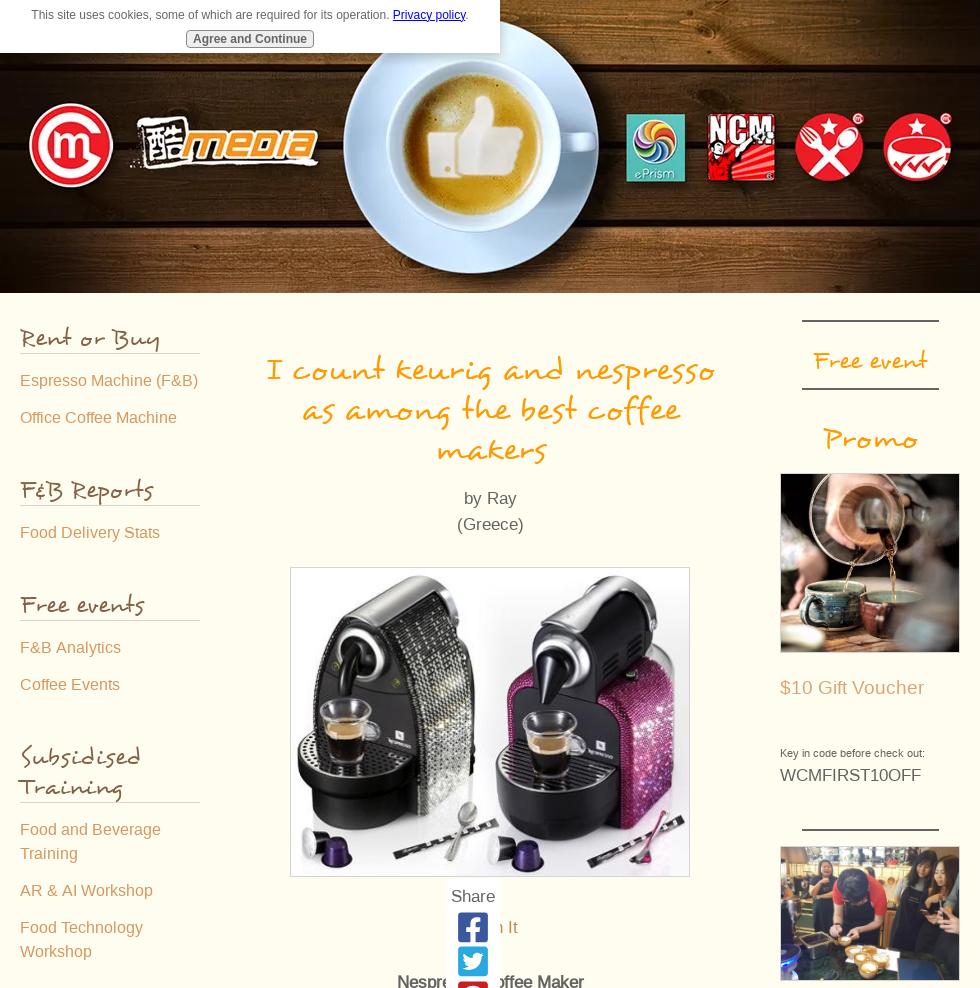 The width and height of the screenshot is (980, 988). What do you see at coordinates (80, 771) in the screenshot?
I see `'Subsidised Training'` at bounding box center [80, 771].